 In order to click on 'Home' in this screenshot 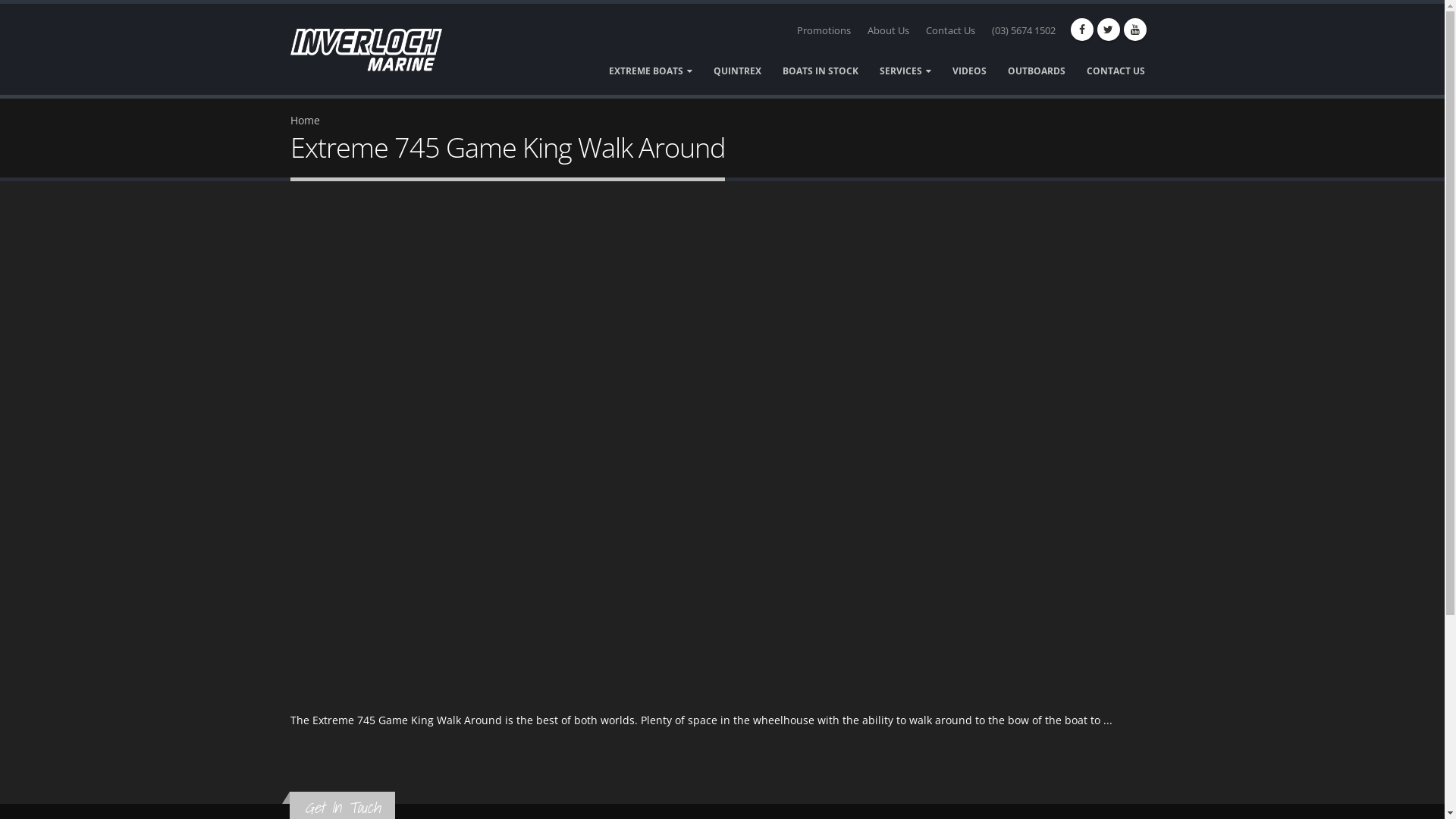, I will do `click(303, 119)`.